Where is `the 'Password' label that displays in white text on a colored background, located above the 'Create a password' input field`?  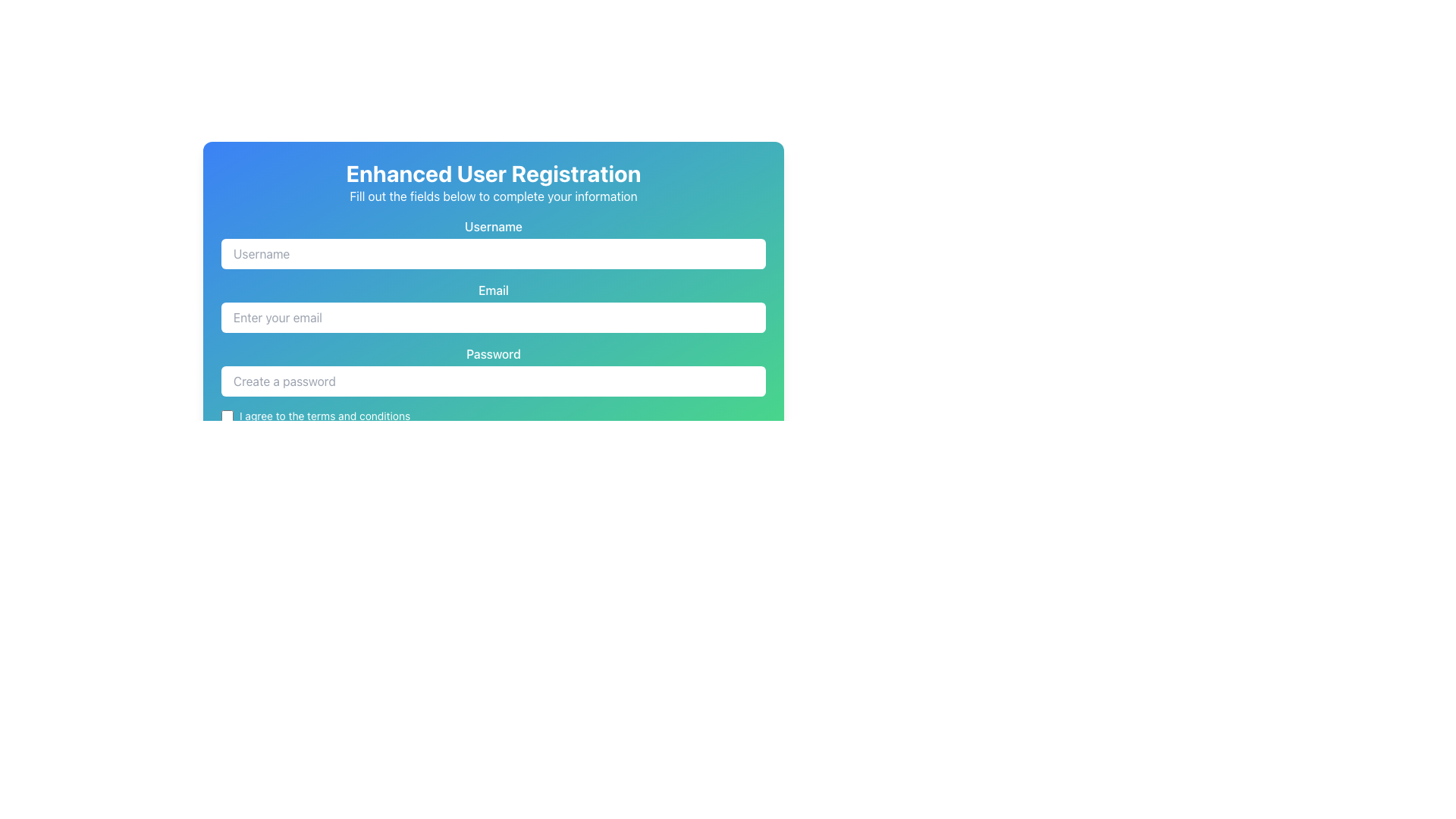
the 'Password' label that displays in white text on a colored background, located above the 'Create a password' input field is located at coordinates (494, 353).